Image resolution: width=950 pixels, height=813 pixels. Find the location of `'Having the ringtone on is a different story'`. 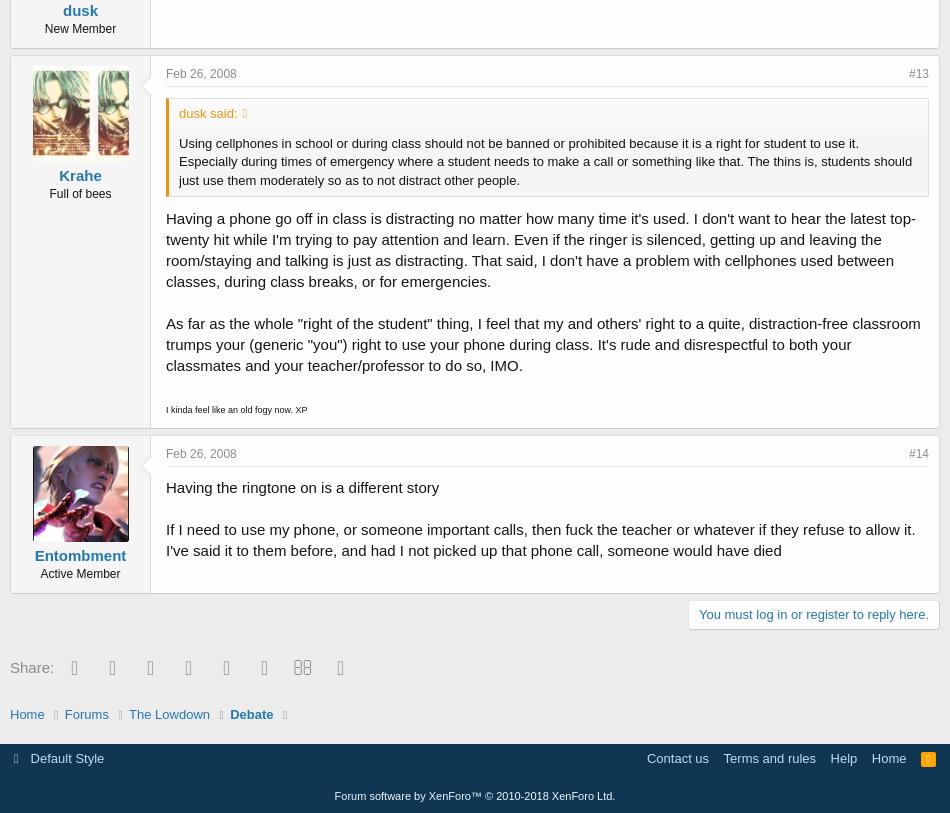

'Having the ringtone on is a different story' is located at coordinates (165, 486).